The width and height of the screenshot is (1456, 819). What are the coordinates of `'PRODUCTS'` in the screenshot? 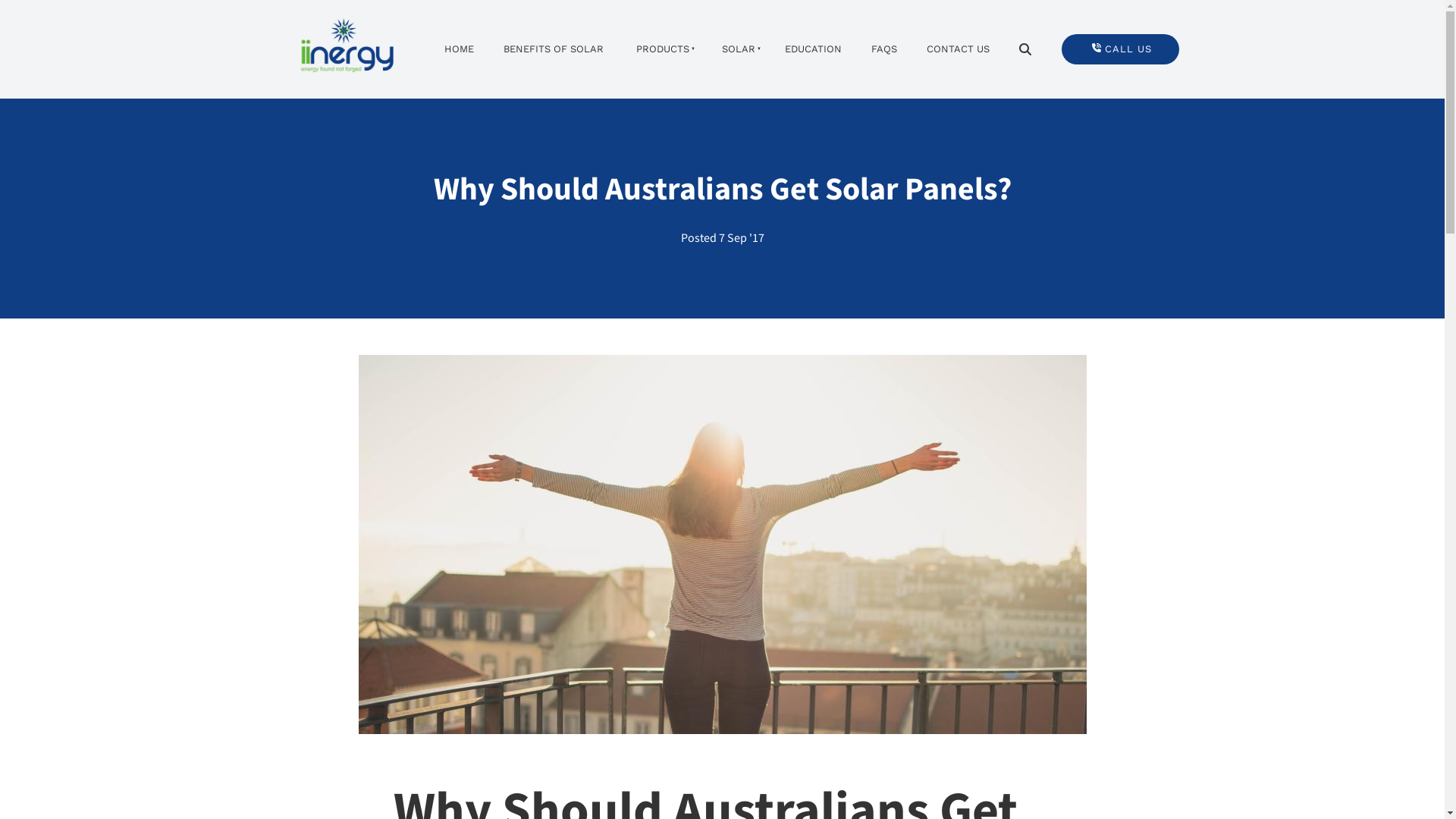 It's located at (661, 49).